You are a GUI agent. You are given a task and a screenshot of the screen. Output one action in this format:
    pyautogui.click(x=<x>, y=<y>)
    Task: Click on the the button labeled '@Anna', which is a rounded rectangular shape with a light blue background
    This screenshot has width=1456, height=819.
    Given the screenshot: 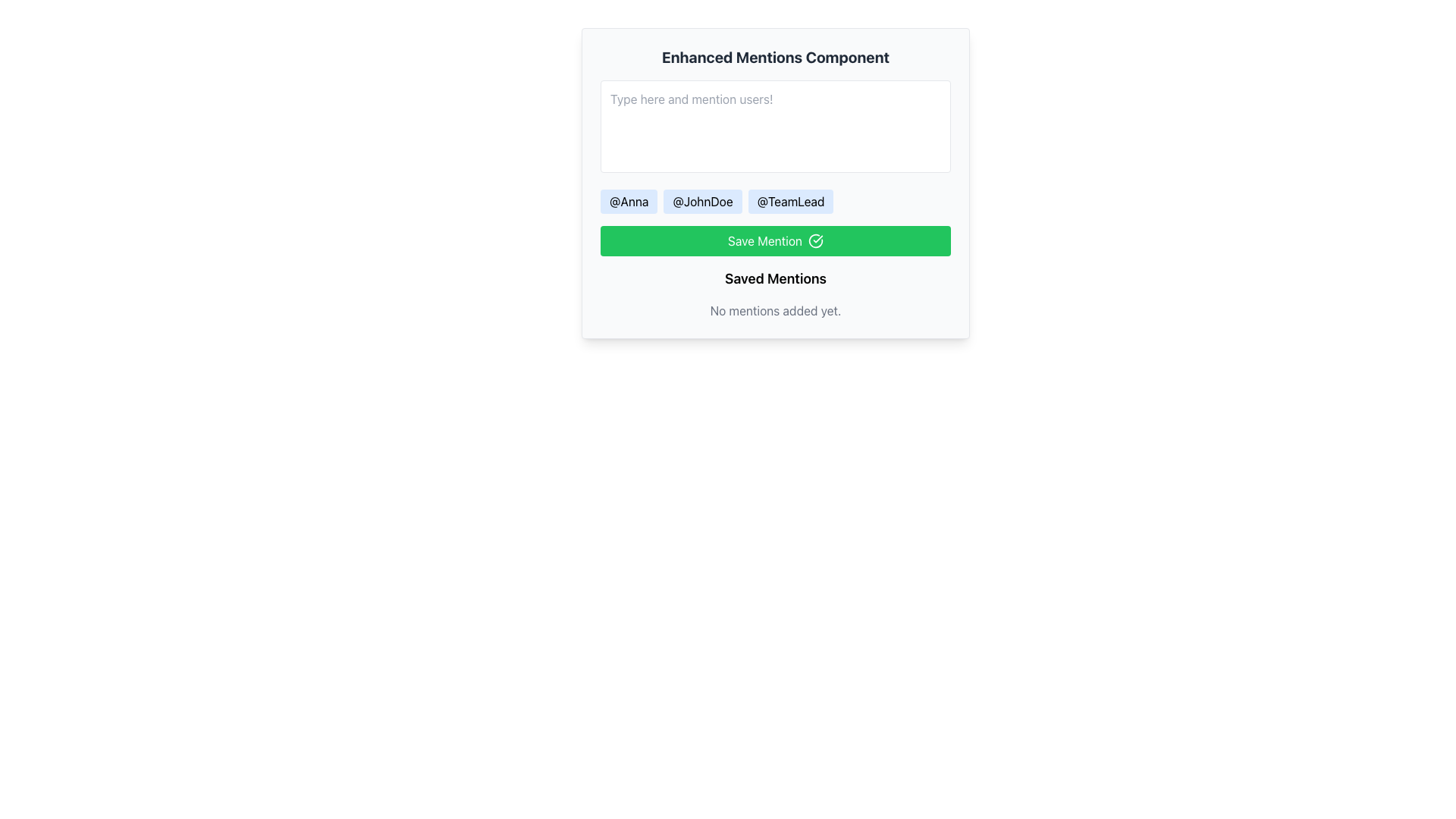 What is the action you would take?
    pyautogui.click(x=629, y=201)
    